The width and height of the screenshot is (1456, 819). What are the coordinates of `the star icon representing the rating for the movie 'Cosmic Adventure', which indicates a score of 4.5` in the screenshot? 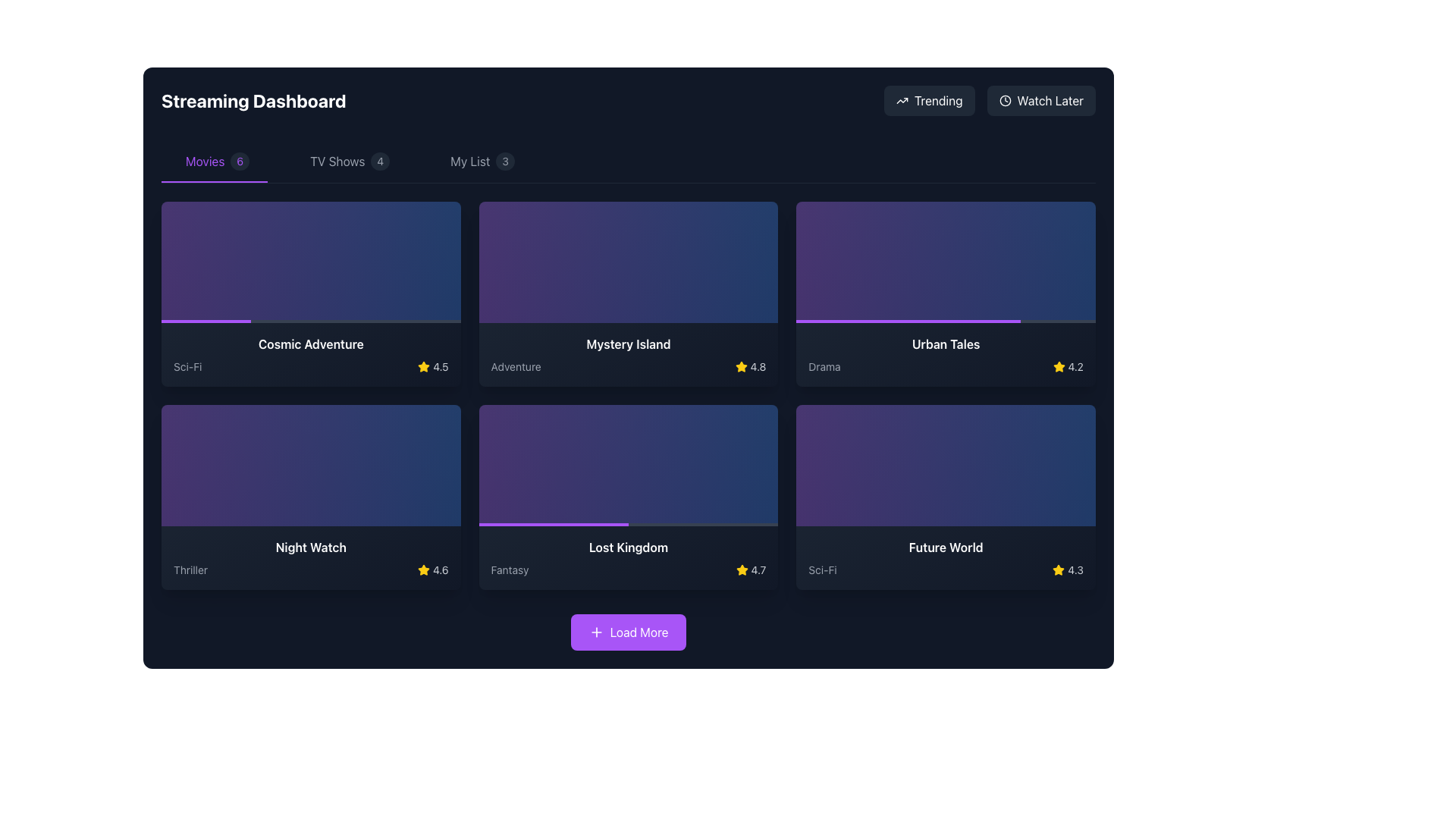 It's located at (424, 366).